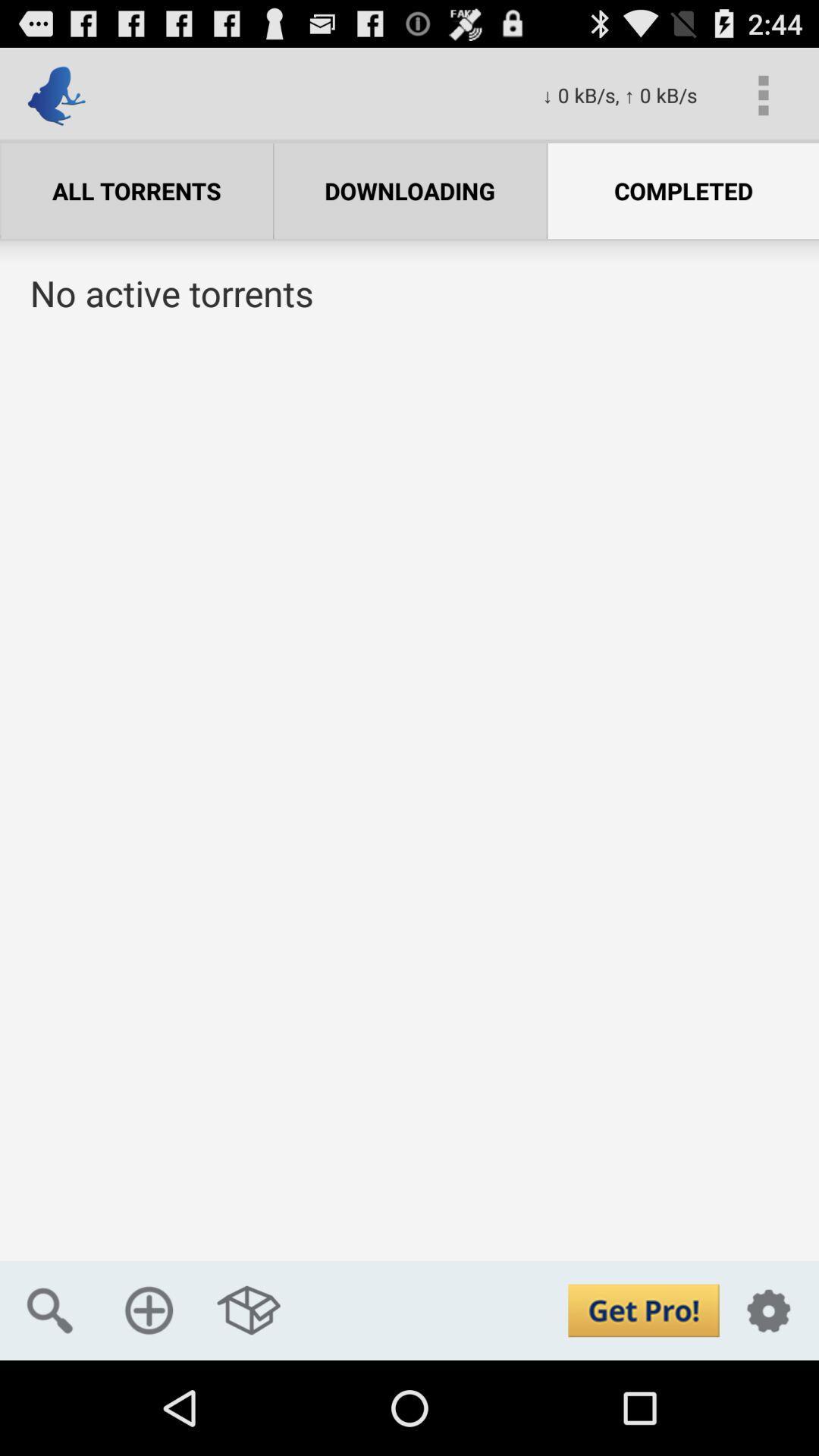 The width and height of the screenshot is (819, 1456). I want to click on the search icon, so click(49, 1401).